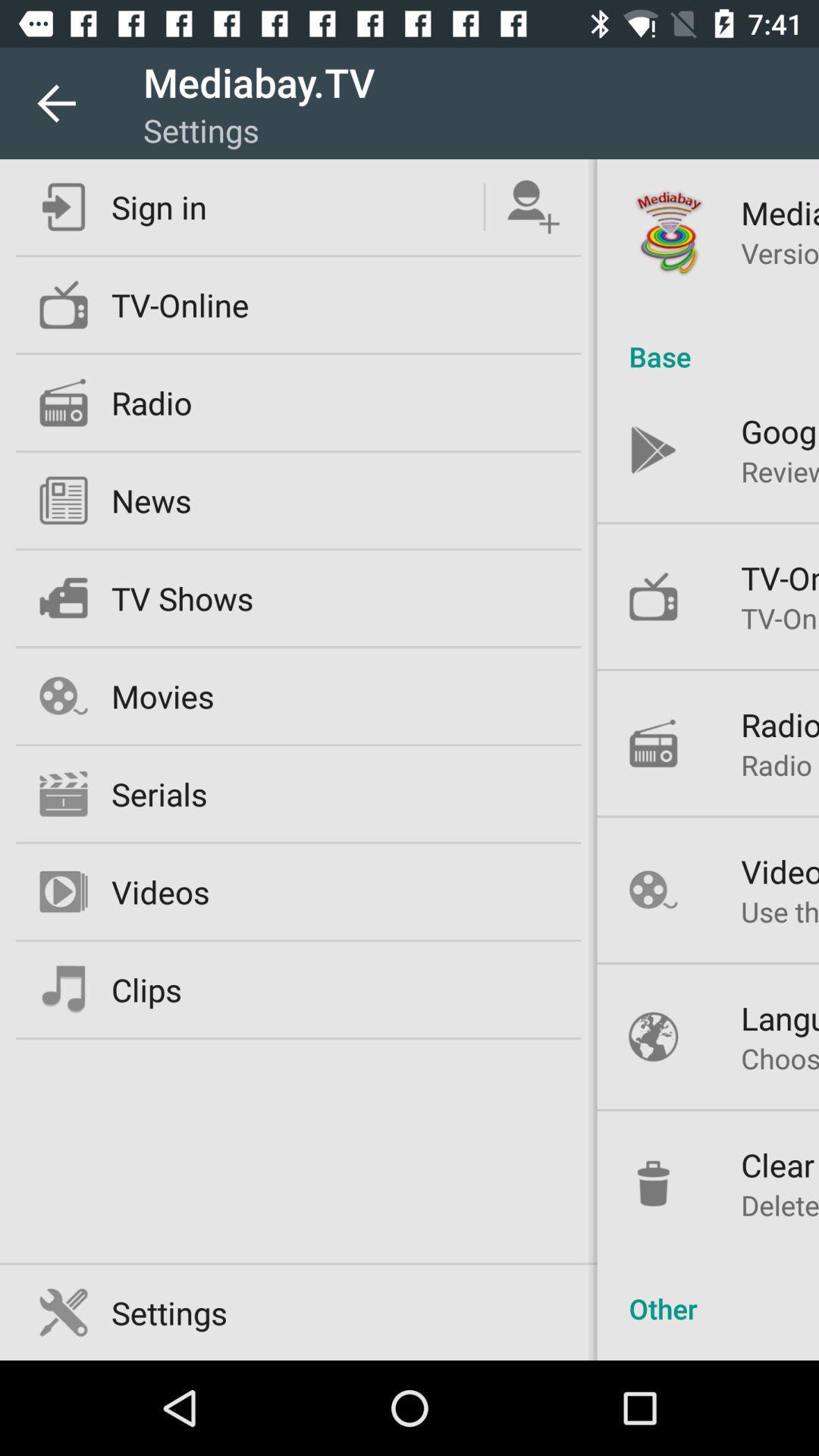  What do you see at coordinates (780, 470) in the screenshot?
I see `review this app icon` at bounding box center [780, 470].